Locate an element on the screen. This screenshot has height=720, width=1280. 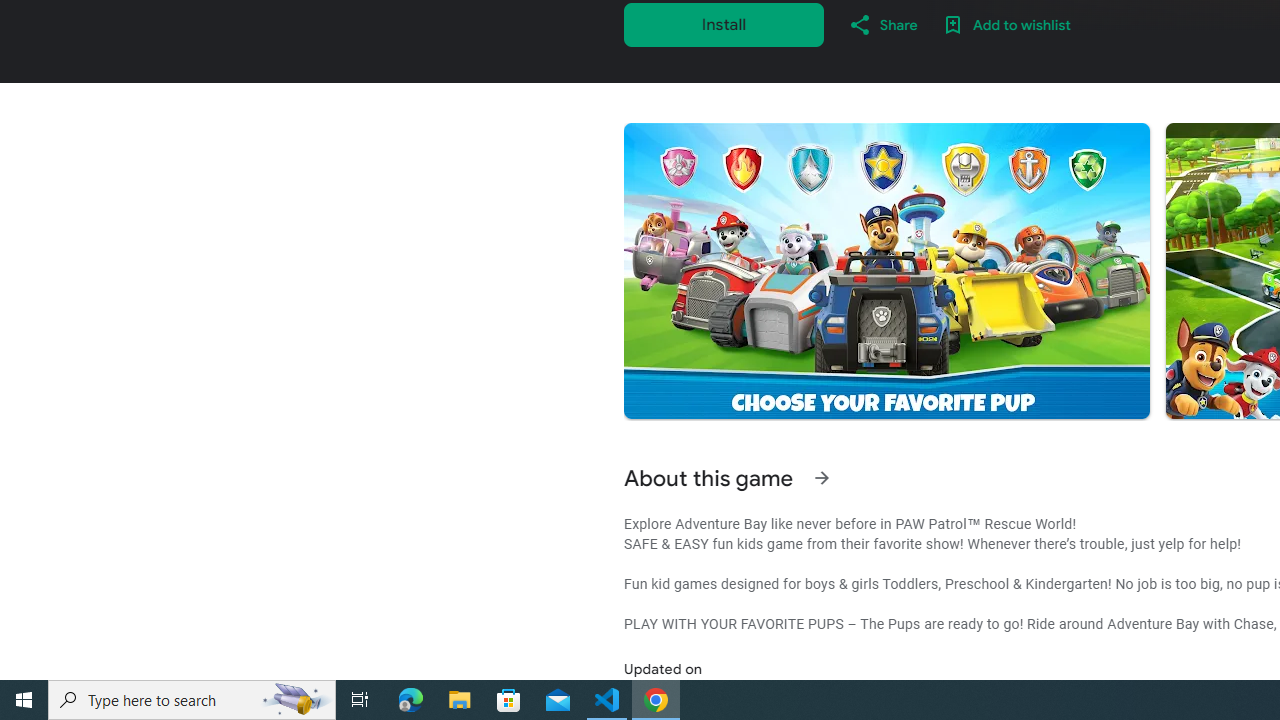
'Share' is located at coordinates (880, 24).